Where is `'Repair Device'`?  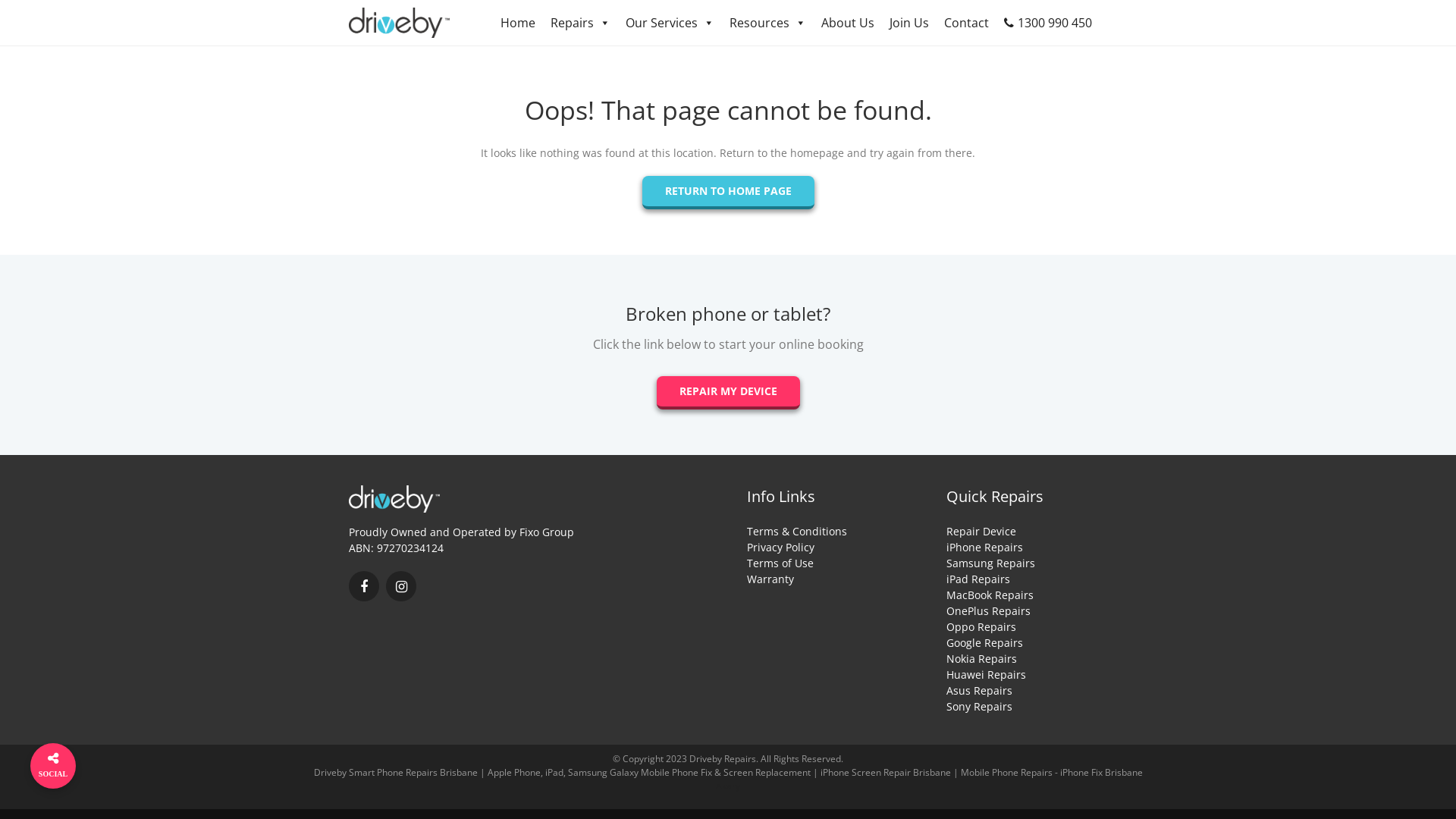
'Repair Device' is located at coordinates (981, 530).